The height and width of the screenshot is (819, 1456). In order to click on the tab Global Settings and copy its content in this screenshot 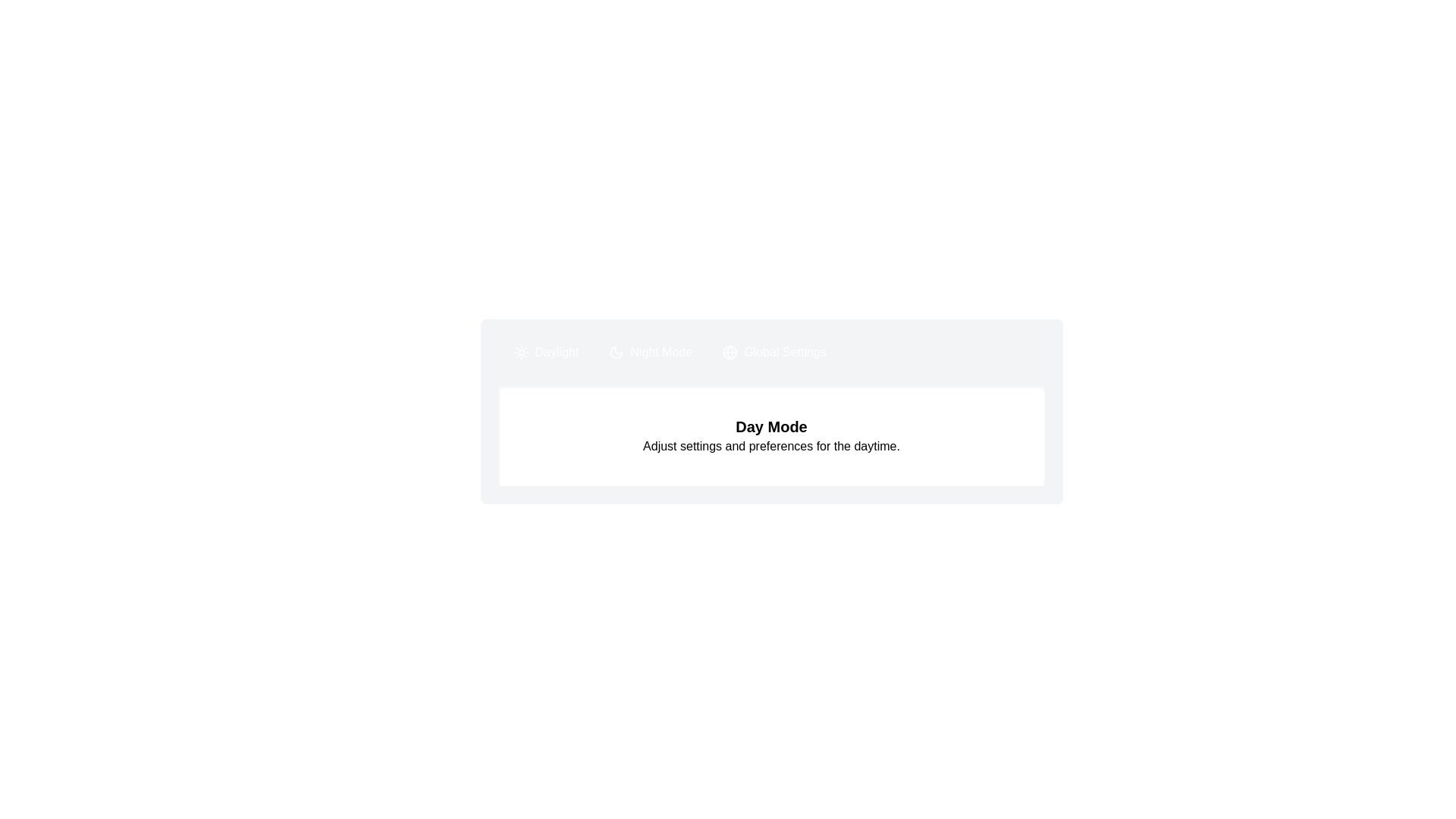, I will do `click(774, 353)`.